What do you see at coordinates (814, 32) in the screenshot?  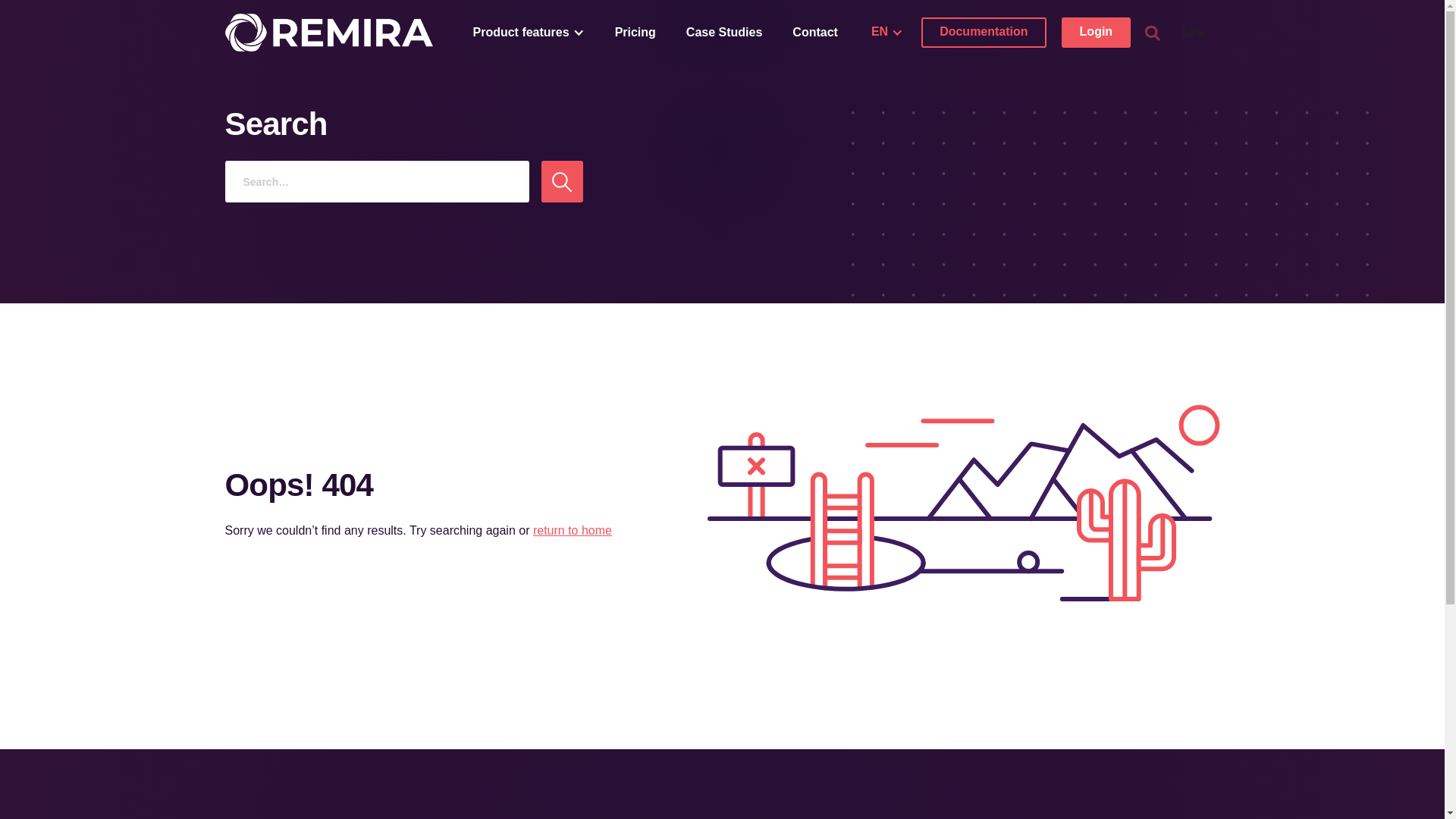 I see `'Contact'` at bounding box center [814, 32].